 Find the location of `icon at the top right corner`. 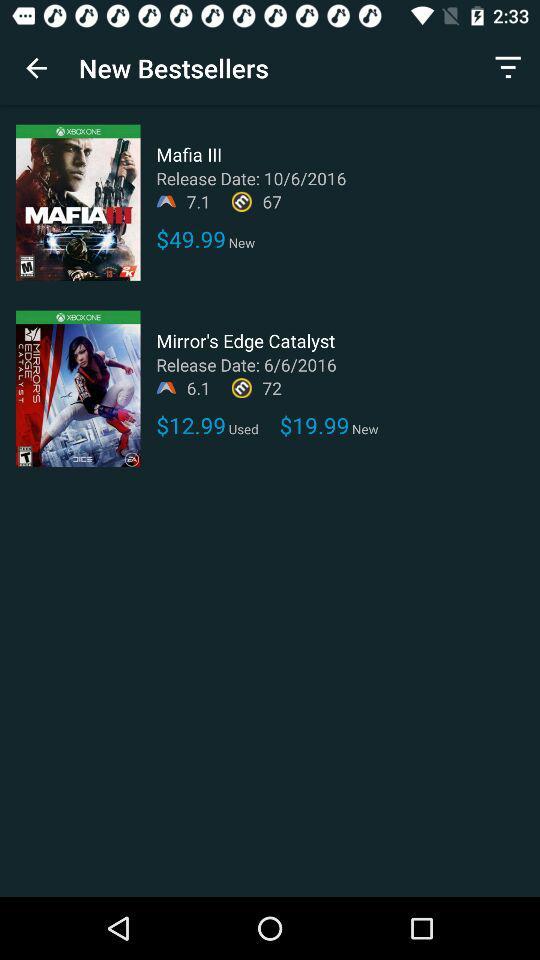

icon at the top right corner is located at coordinates (508, 68).